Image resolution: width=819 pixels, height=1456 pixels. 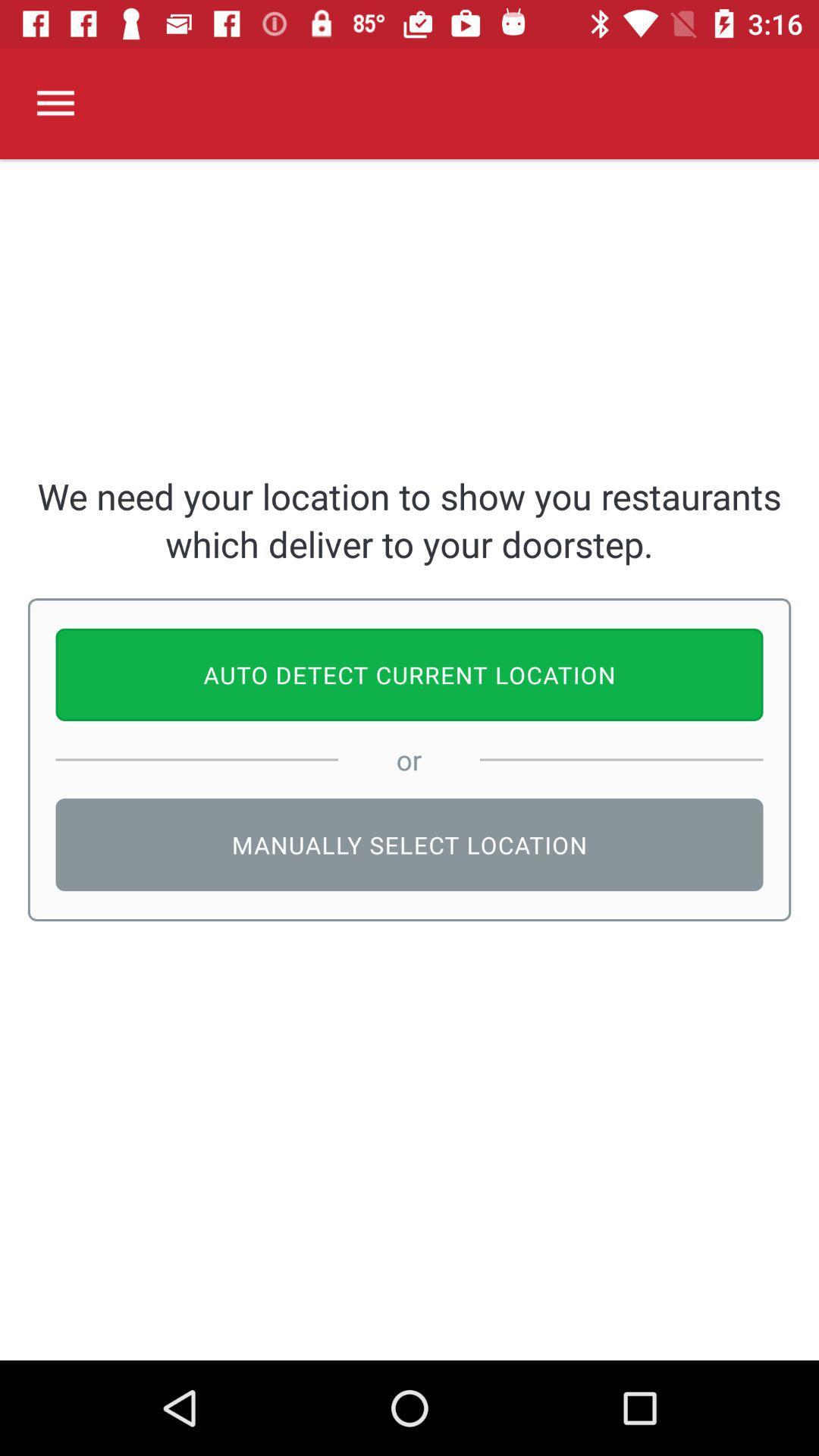 What do you see at coordinates (409, 673) in the screenshot?
I see `the icon above or` at bounding box center [409, 673].